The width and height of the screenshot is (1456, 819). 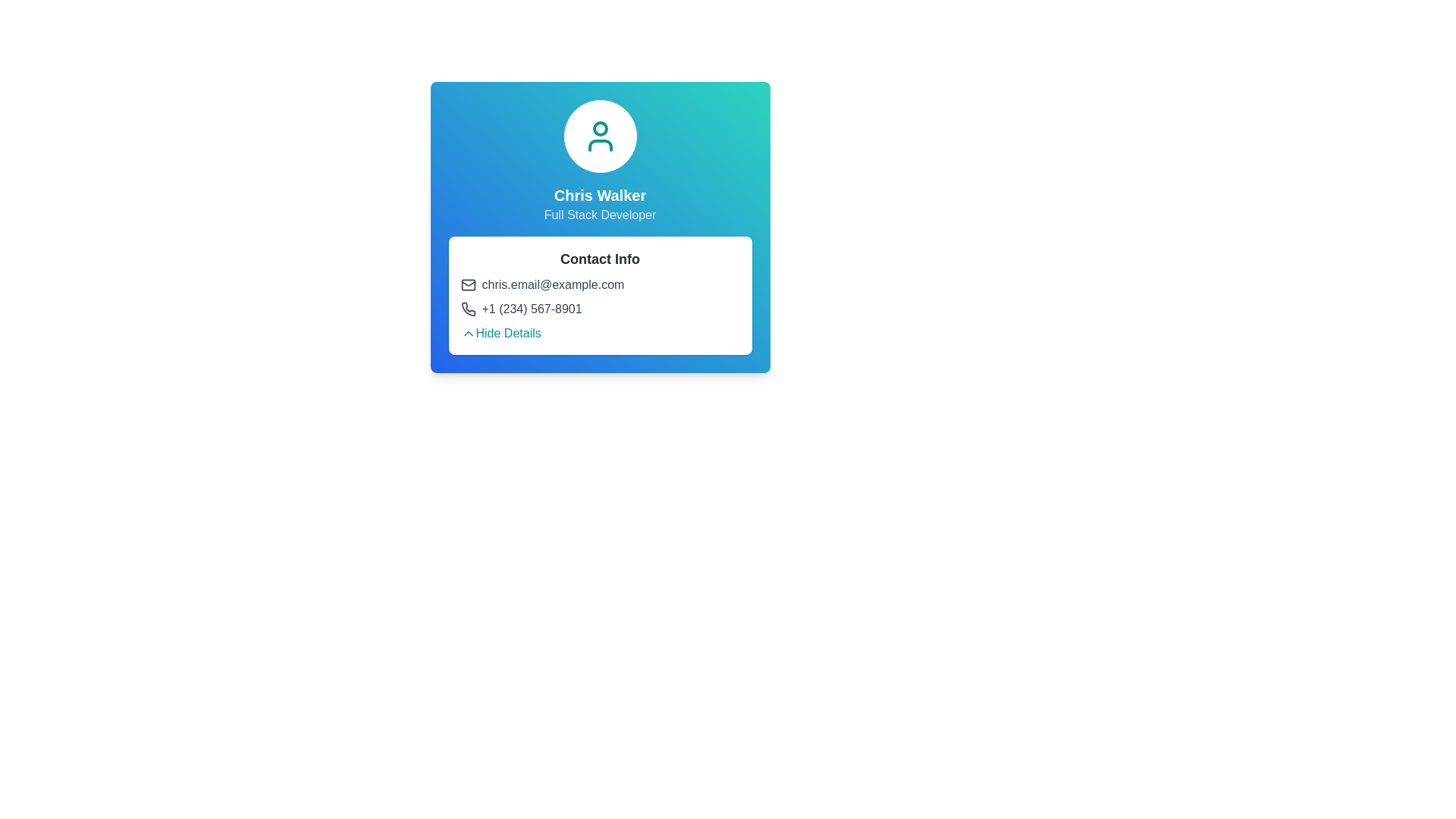 I want to click on envelope-shaped email icon located in the 'Contact Info' section, positioned to the left of the email text 'chris.email@example.com', so click(x=467, y=284).